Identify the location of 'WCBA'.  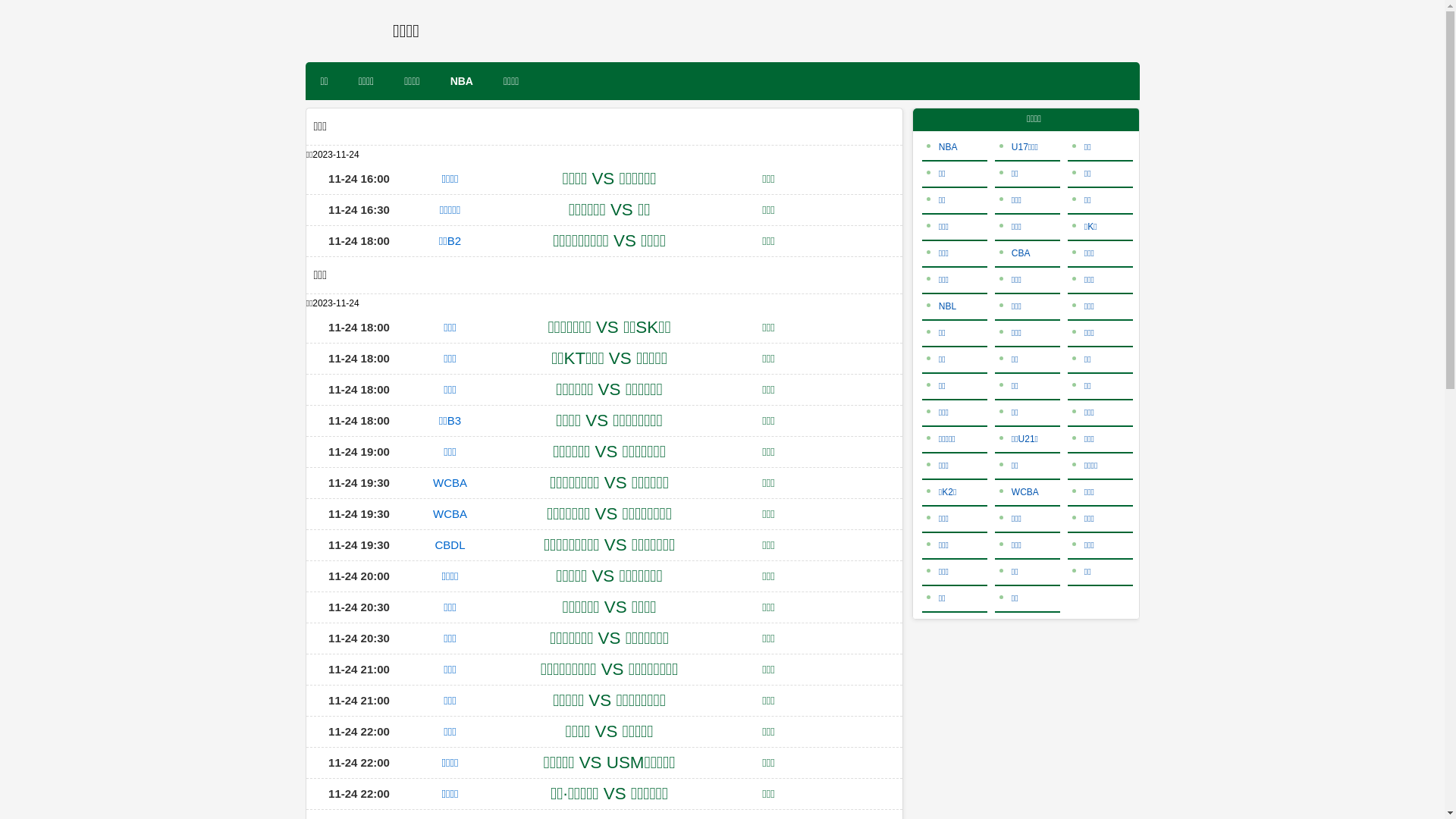
(449, 513).